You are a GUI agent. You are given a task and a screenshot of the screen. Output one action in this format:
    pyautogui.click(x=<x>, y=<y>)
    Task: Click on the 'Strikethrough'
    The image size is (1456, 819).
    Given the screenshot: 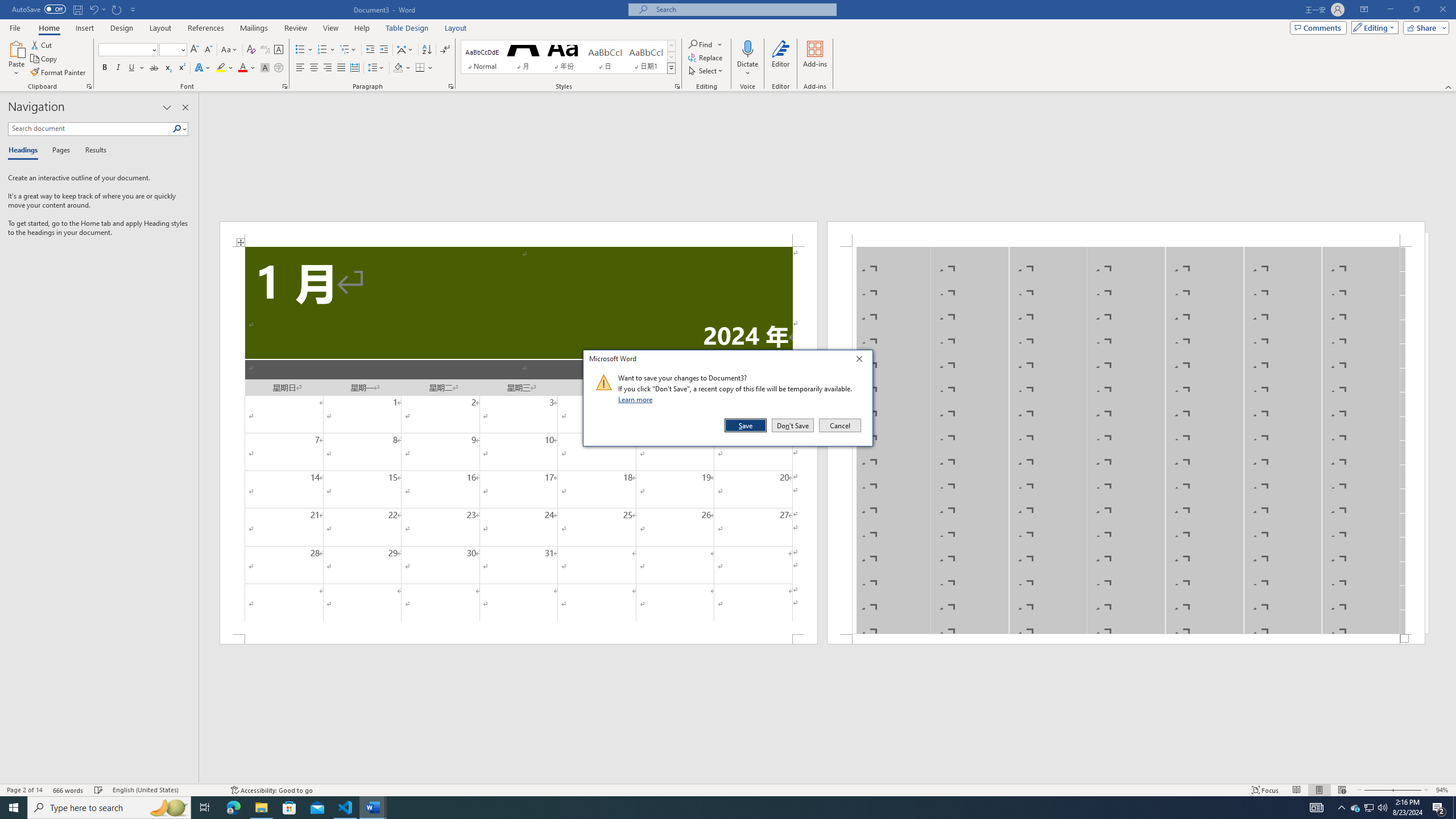 What is the action you would take?
    pyautogui.click(x=154, y=67)
    